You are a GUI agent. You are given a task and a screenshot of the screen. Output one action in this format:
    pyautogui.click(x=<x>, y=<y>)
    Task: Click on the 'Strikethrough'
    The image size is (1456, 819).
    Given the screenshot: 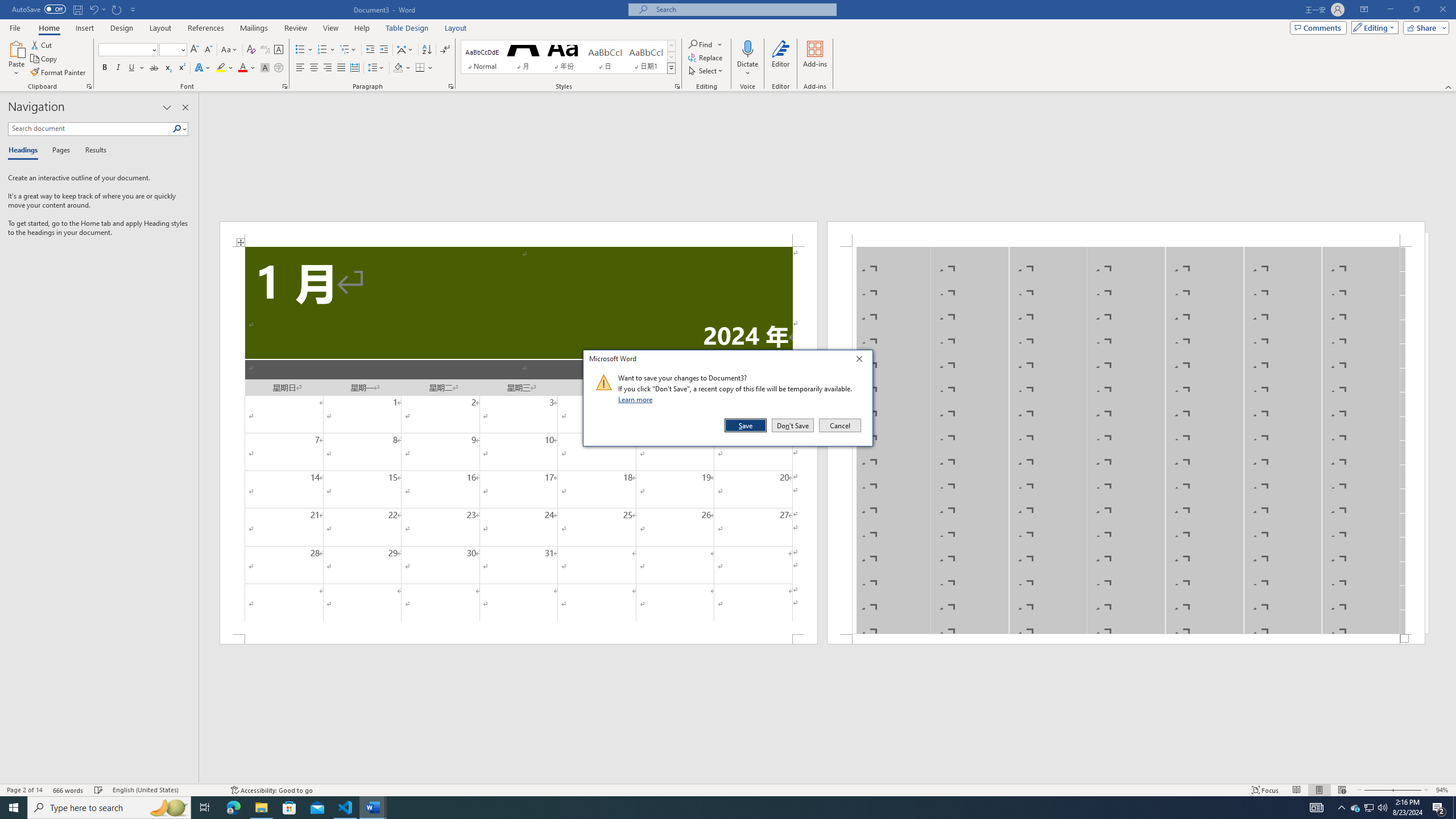 What is the action you would take?
    pyautogui.click(x=154, y=67)
    